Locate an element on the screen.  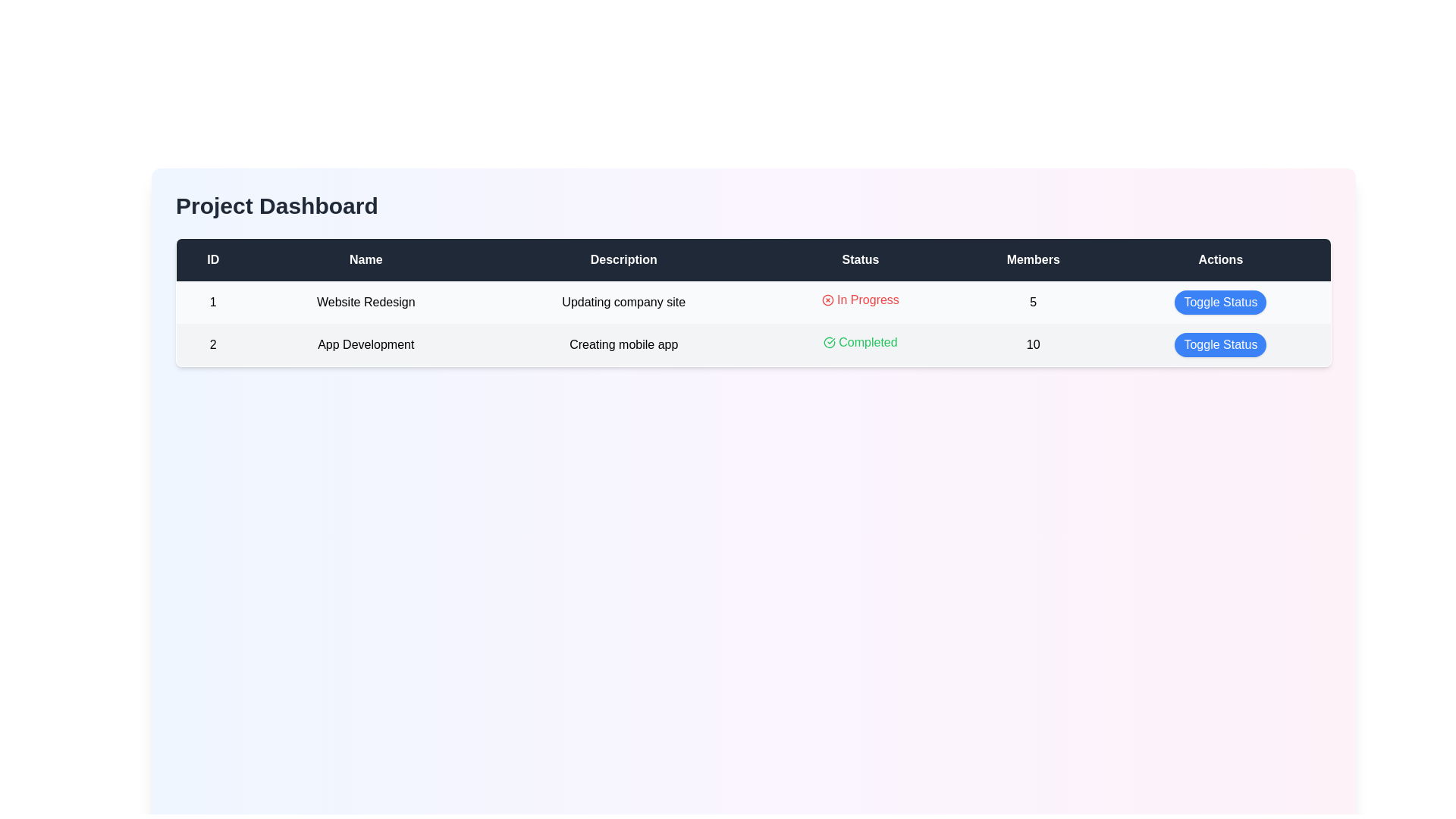
the Status indicator for the 'Website Redesign' project in the first row of the Project Dashboard table to check its ongoing status is located at coordinates (860, 300).